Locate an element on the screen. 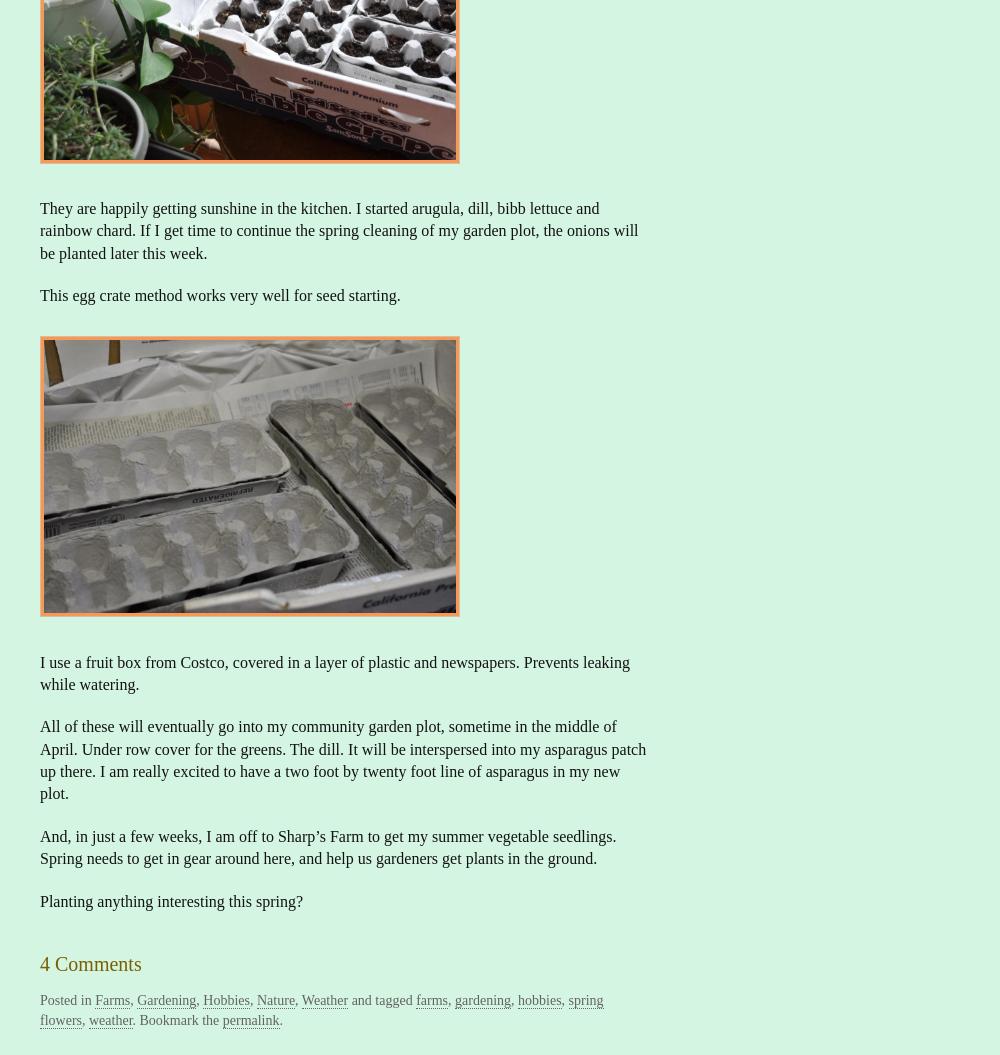 This screenshot has height=1055, width=1000. 'And, in just a few weeks, I am off to Sharp’s Farm to get my summer vegetable seedlings. Spring needs to get in gear around here, and help us gardeners get plants in the ground.' is located at coordinates (327, 846).